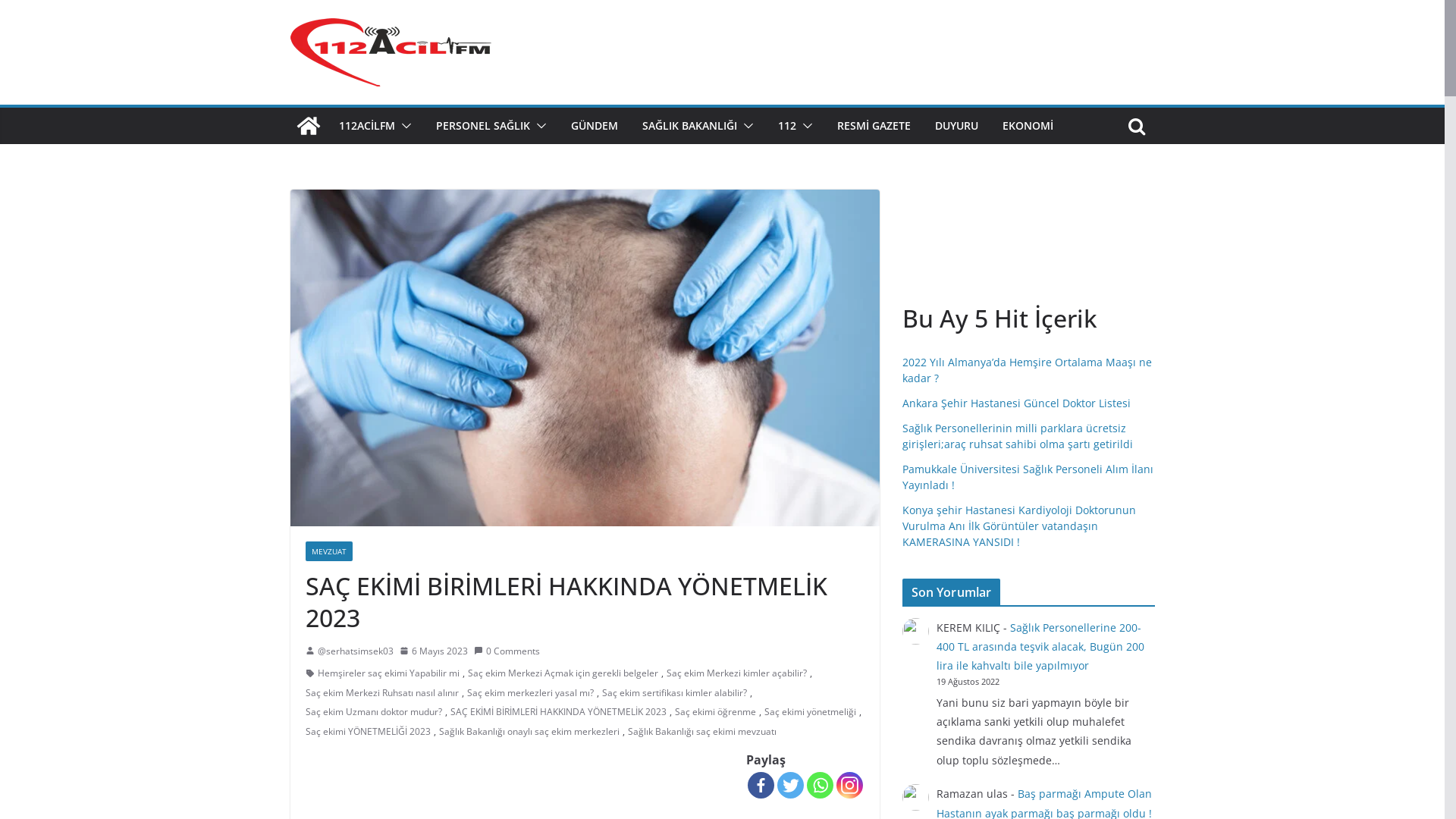 This screenshot has width=1456, height=819. What do you see at coordinates (506, 651) in the screenshot?
I see `'0 Comments'` at bounding box center [506, 651].